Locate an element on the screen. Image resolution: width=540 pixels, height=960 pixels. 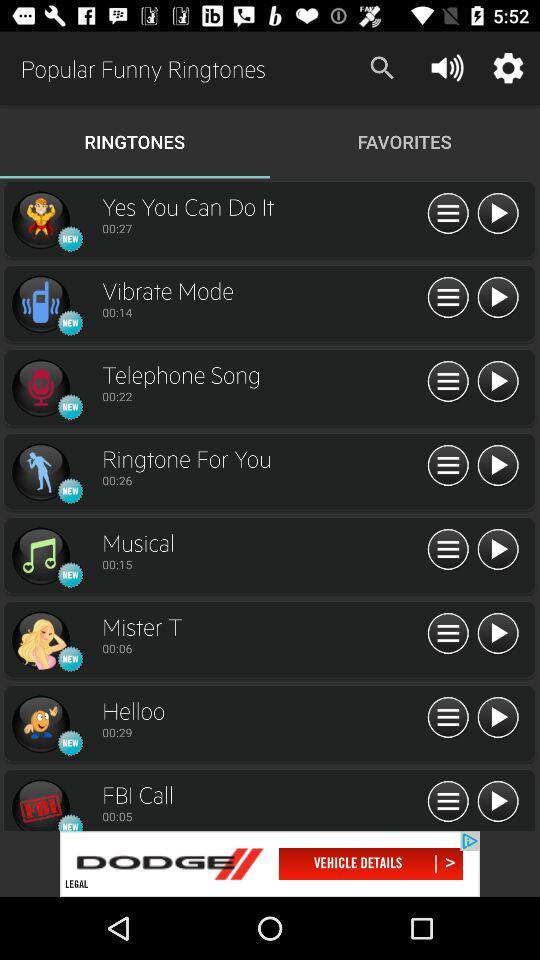
info about musical ringtones is located at coordinates (448, 550).